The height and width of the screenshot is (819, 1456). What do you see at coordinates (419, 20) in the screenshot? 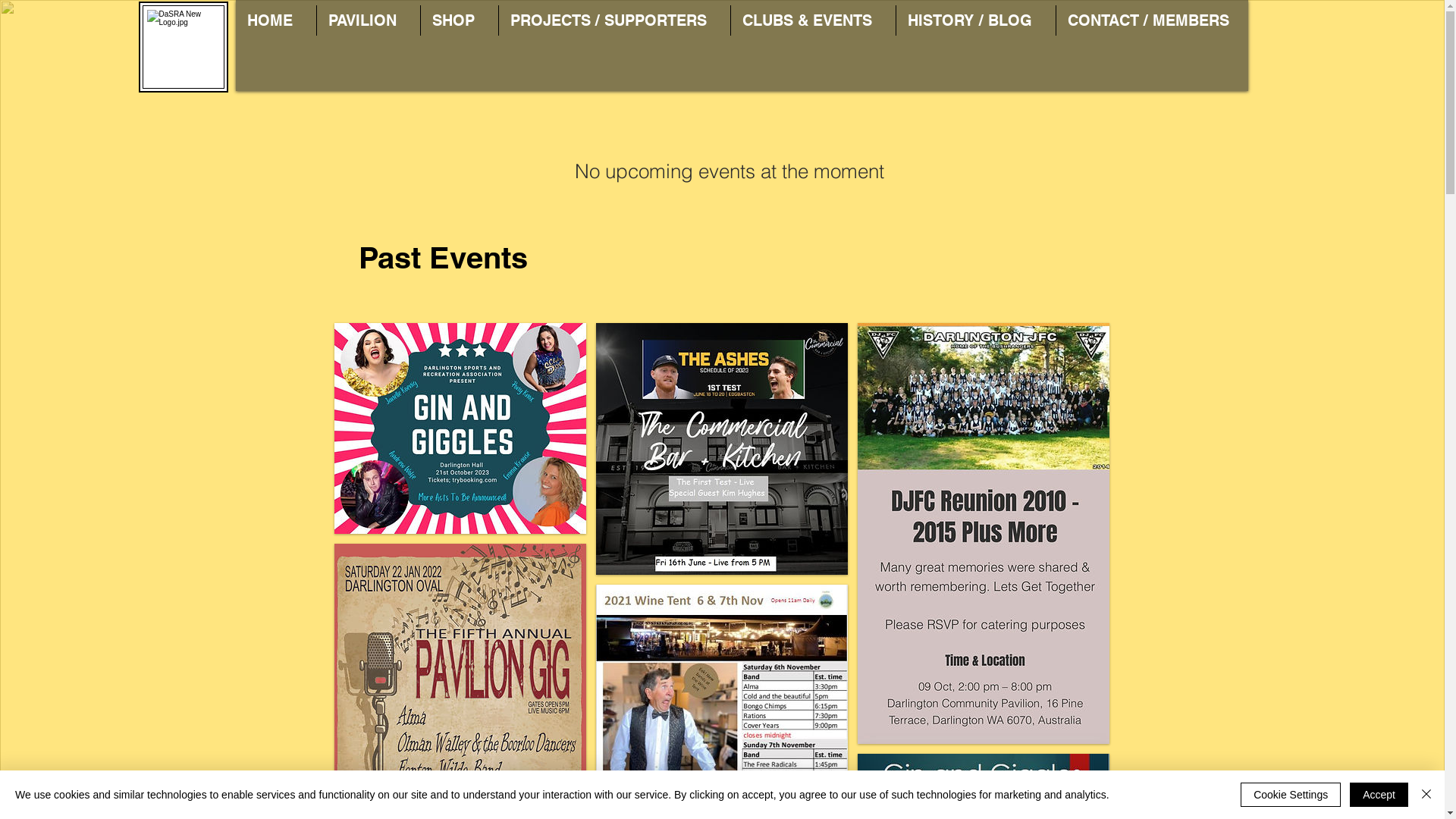
I see `'SHOP'` at bounding box center [419, 20].